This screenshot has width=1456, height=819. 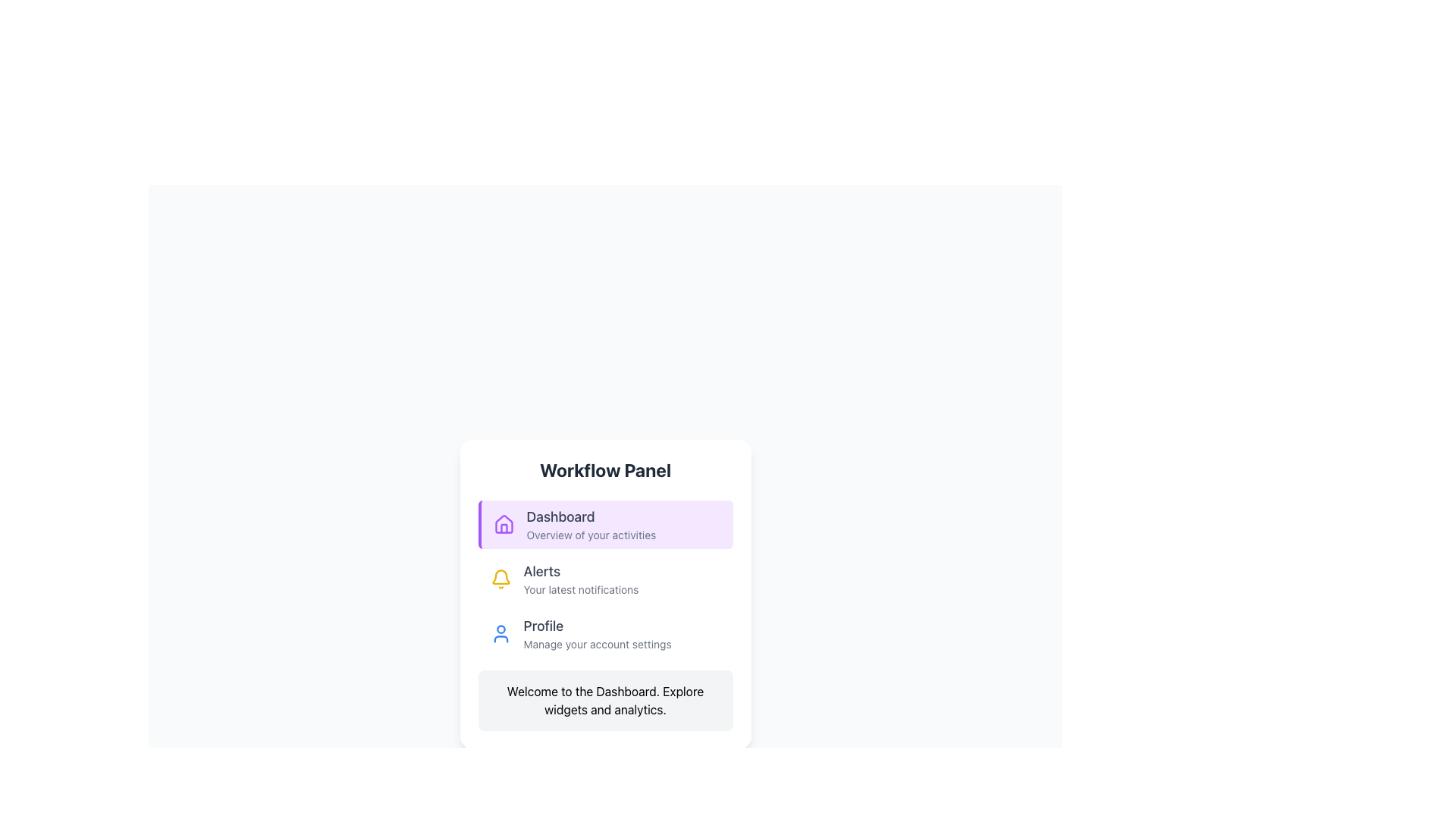 I want to click on the bell icon in the vertical menu, so click(x=500, y=577).